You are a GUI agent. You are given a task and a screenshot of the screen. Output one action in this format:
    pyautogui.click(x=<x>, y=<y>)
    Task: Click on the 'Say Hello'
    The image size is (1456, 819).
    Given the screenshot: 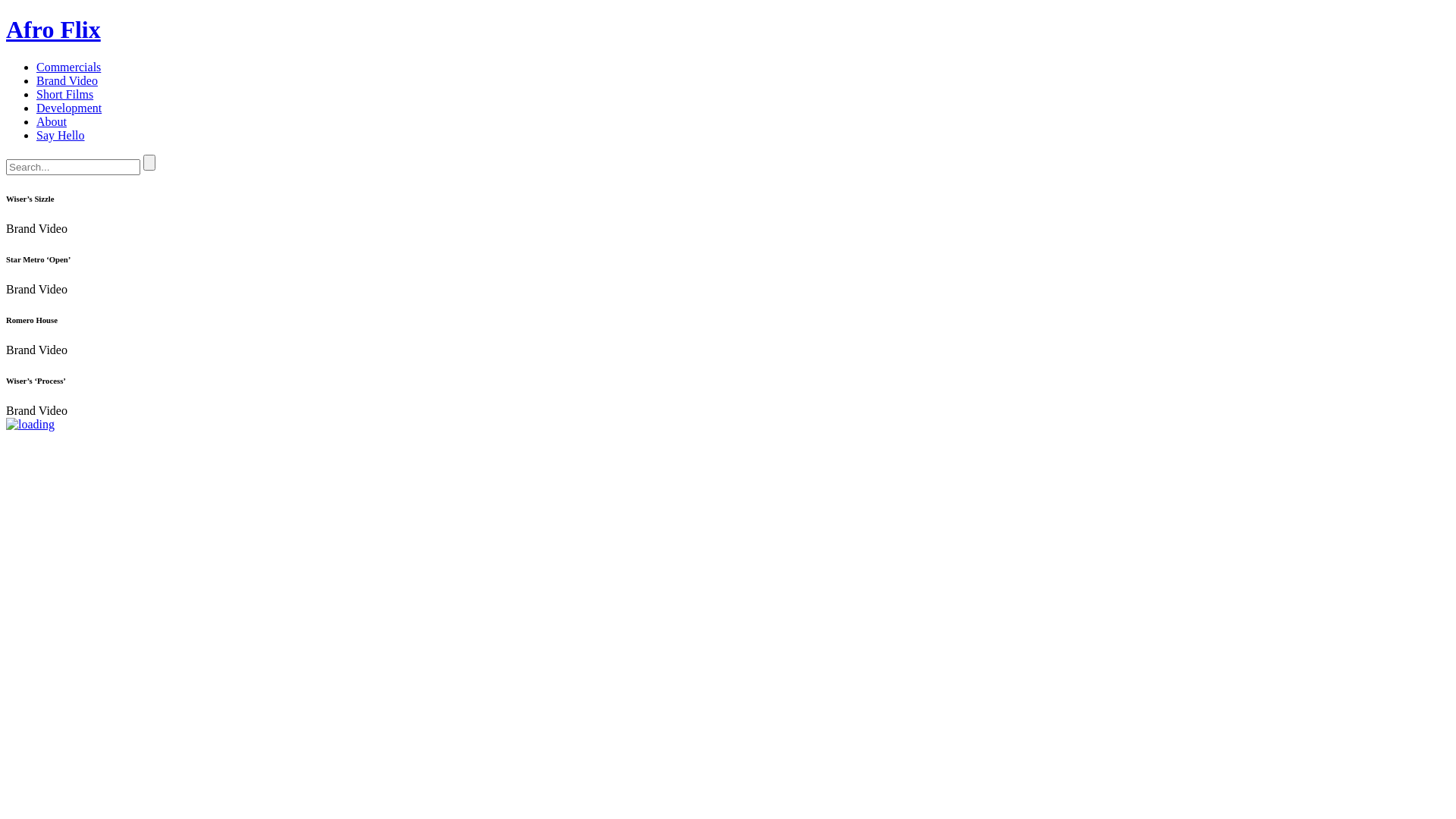 What is the action you would take?
    pyautogui.click(x=36, y=134)
    